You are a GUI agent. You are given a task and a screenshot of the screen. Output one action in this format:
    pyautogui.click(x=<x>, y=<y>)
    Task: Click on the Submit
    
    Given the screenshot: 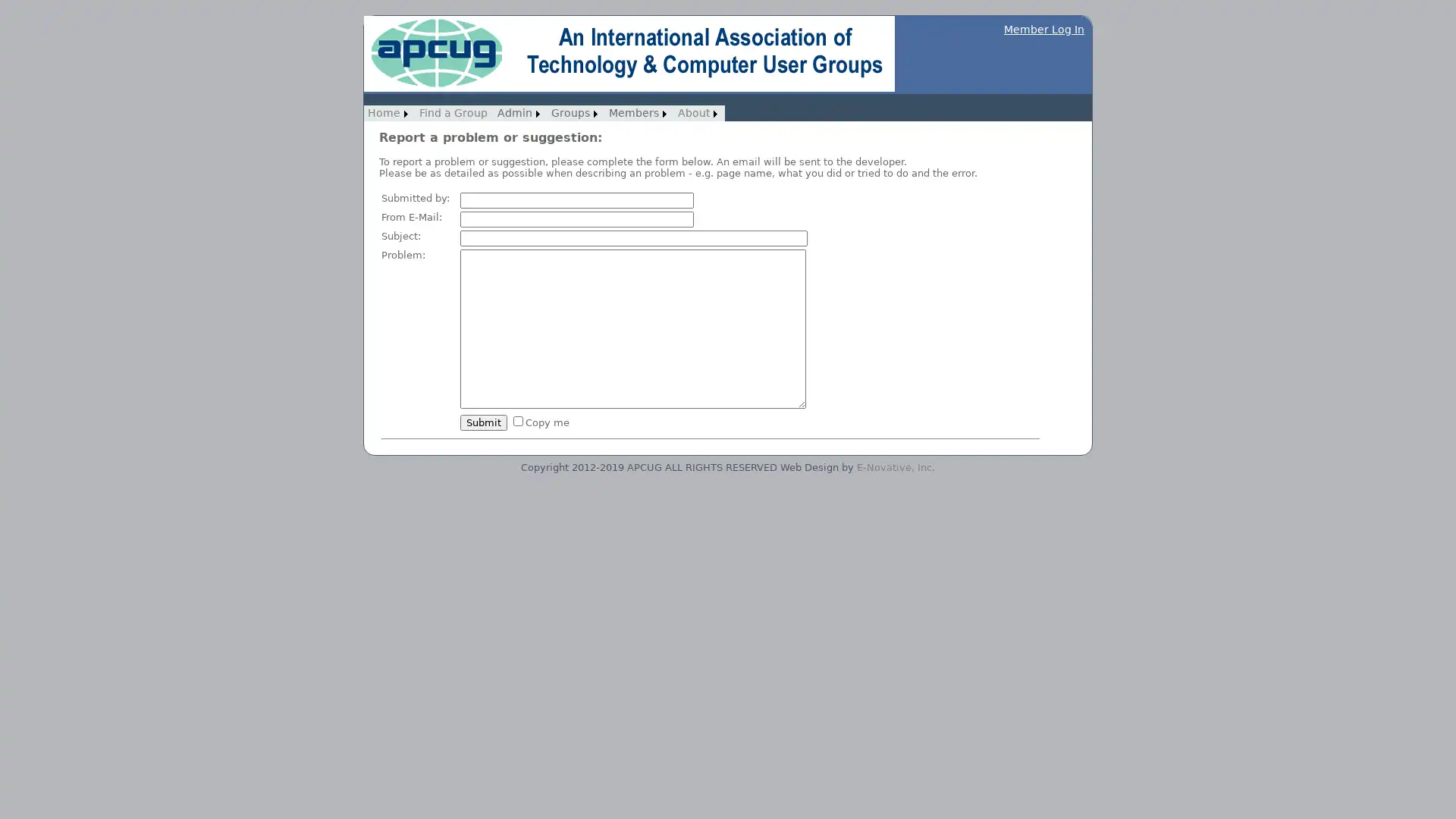 What is the action you would take?
    pyautogui.click(x=483, y=422)
    